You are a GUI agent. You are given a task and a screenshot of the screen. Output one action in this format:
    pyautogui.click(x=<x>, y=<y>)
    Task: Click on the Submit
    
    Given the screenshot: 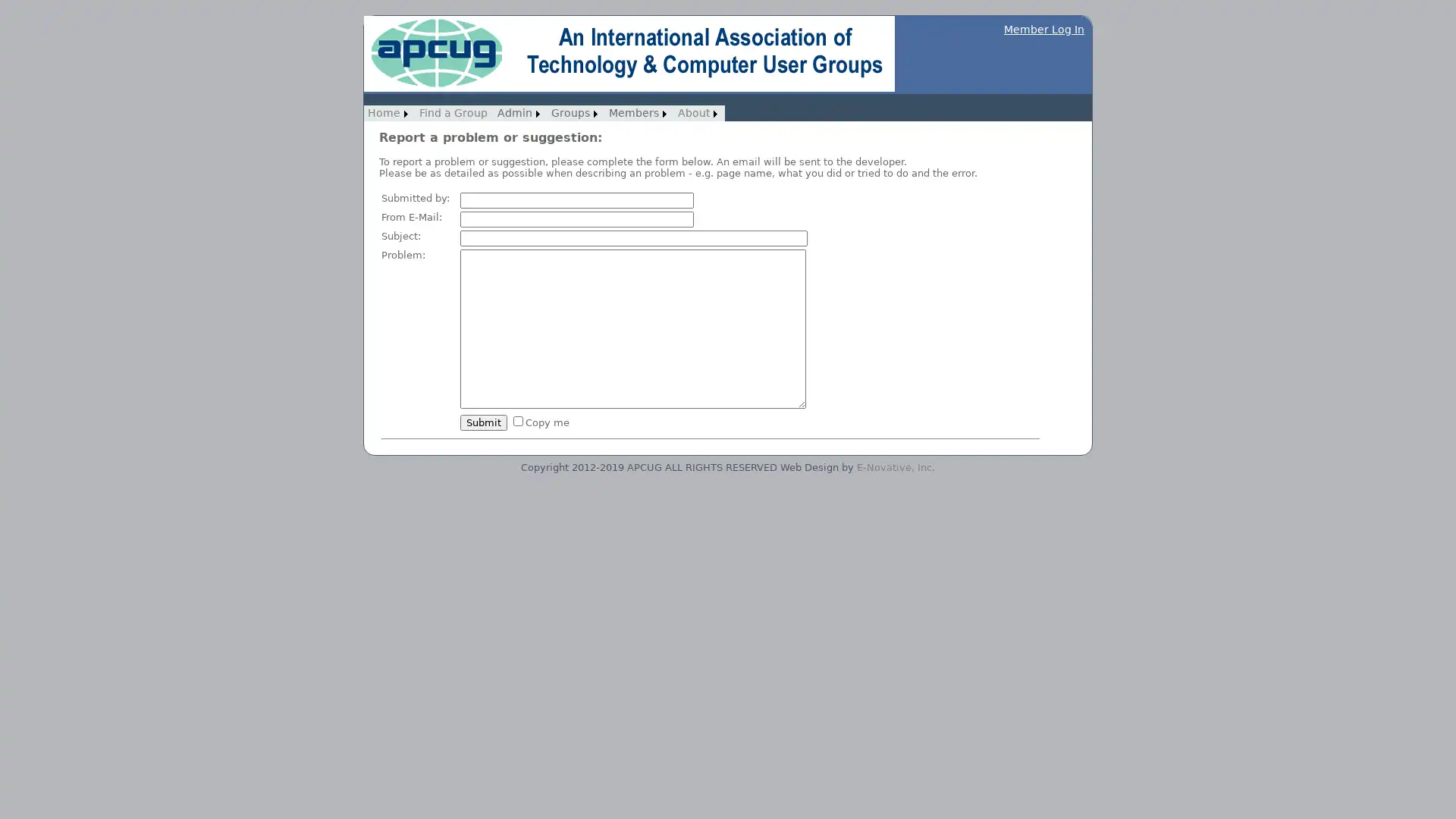 What is the action you would take?
    pyautogui.click(x=483, y=422)
    